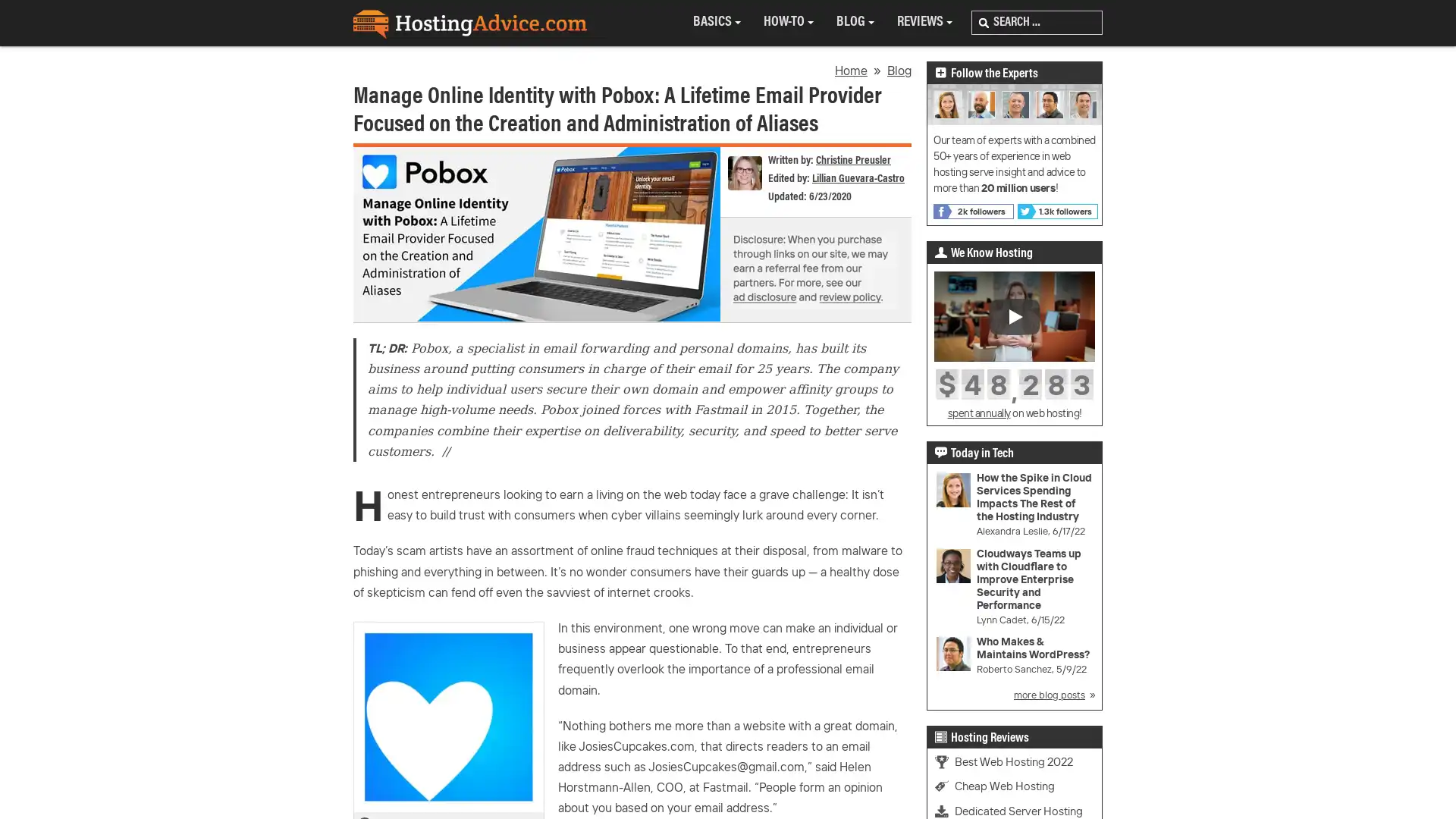 Image resolution: width=1456 pixels, height=819 pixels. What do you see at coordinates (984, 23) in the screenshot?
I see `Search` at bounding box center [984, 23].